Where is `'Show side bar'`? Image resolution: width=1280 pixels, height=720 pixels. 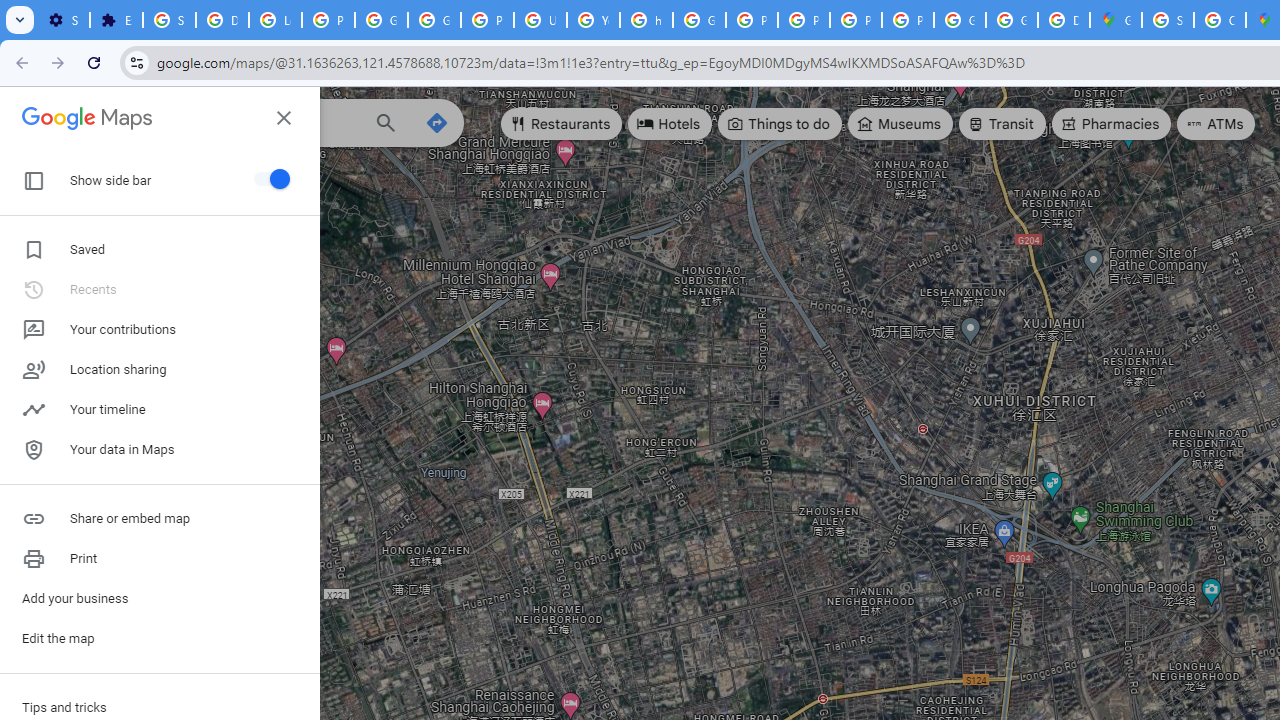
'Show side bar' is located at coordinates (268, 177).